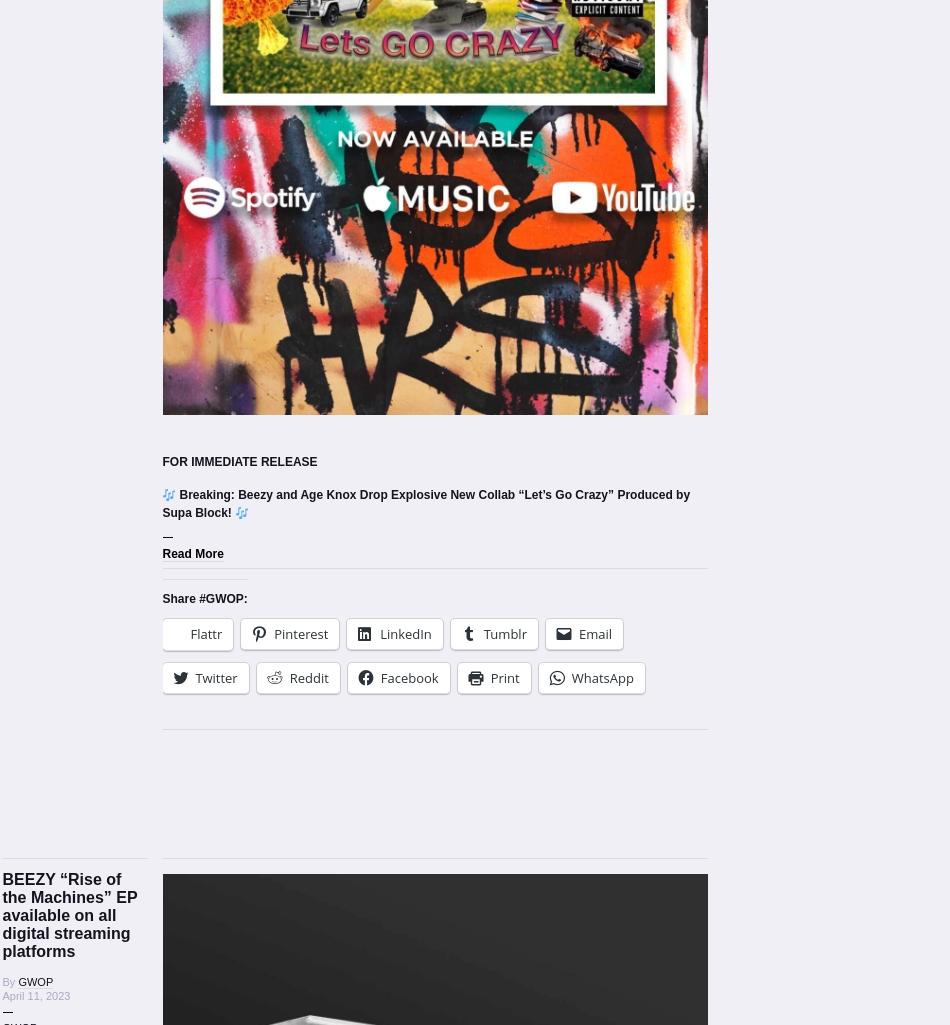  Describe the element at coordinates (504, 677) in the screenshot. I see `'Print'` at that location.